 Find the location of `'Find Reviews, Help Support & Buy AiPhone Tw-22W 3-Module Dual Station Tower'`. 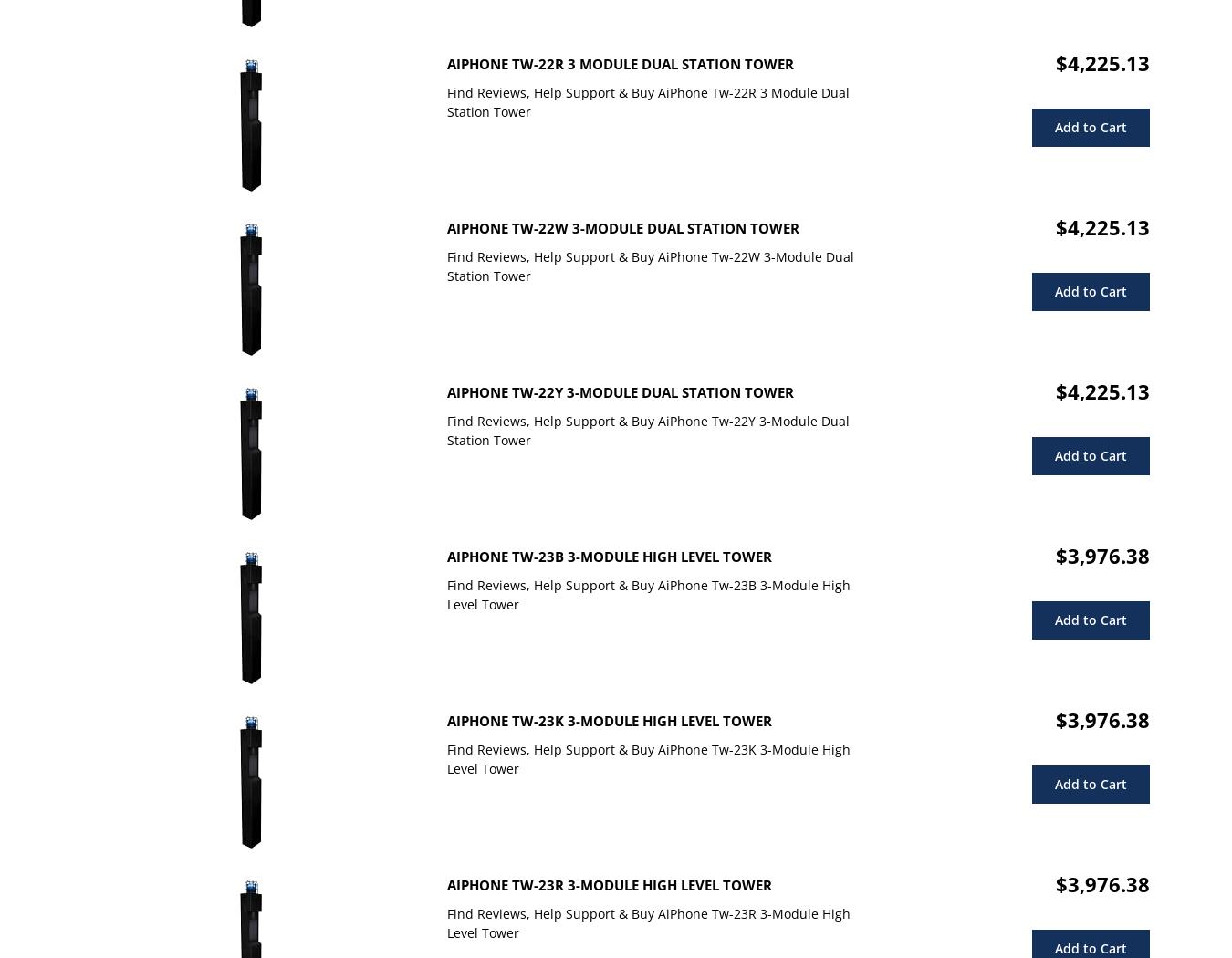

'Find Reviews, Help Support & Buy AiPhone Tw-22W 3-Module Dual Station Tower' is located at coordinates (649, 266).